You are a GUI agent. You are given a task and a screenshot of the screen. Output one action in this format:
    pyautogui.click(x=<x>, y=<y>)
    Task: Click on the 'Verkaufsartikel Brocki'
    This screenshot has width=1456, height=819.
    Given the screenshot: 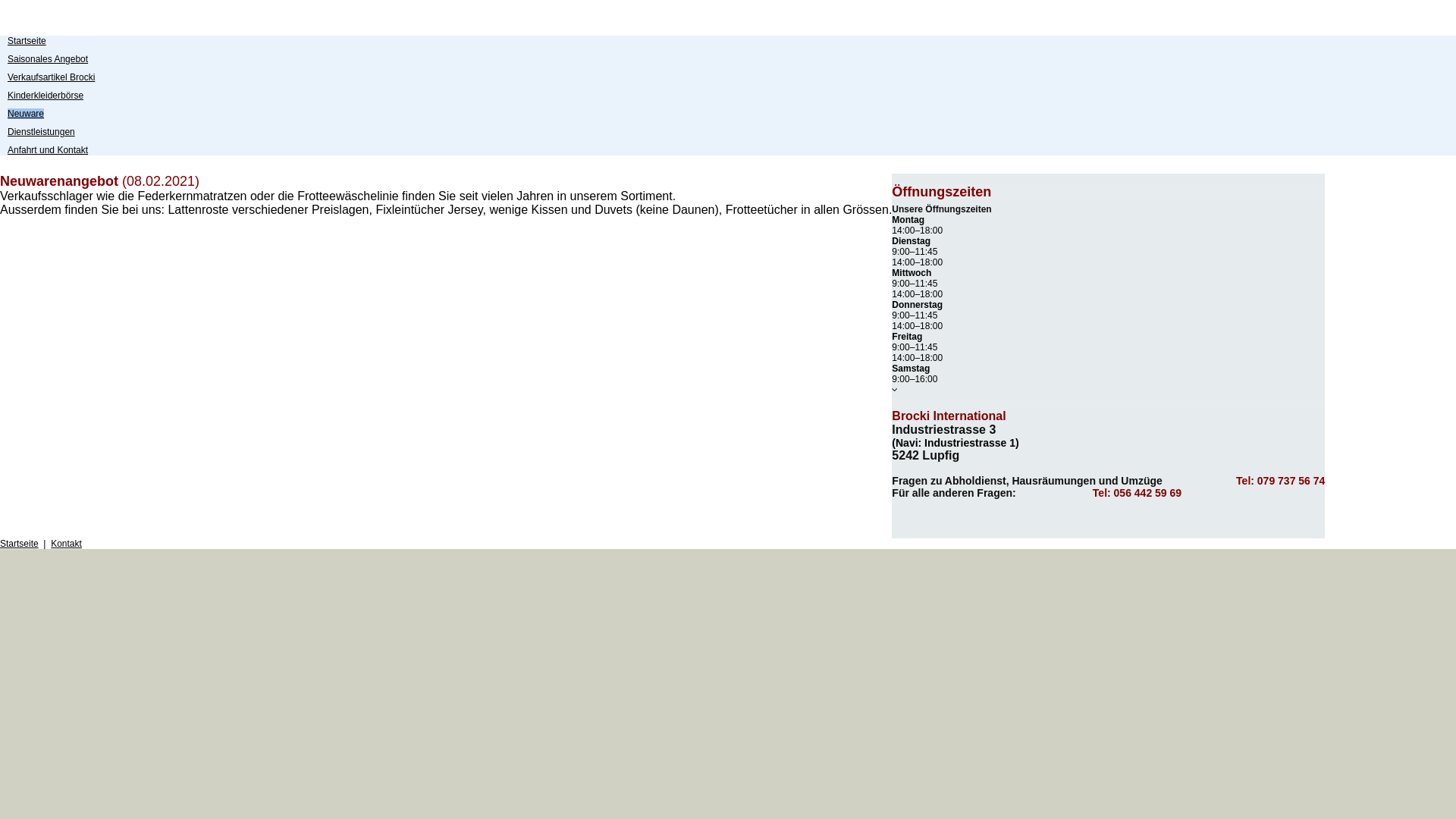 What is the action you would take?
    pyautogui.click(x=51, y=77)
    